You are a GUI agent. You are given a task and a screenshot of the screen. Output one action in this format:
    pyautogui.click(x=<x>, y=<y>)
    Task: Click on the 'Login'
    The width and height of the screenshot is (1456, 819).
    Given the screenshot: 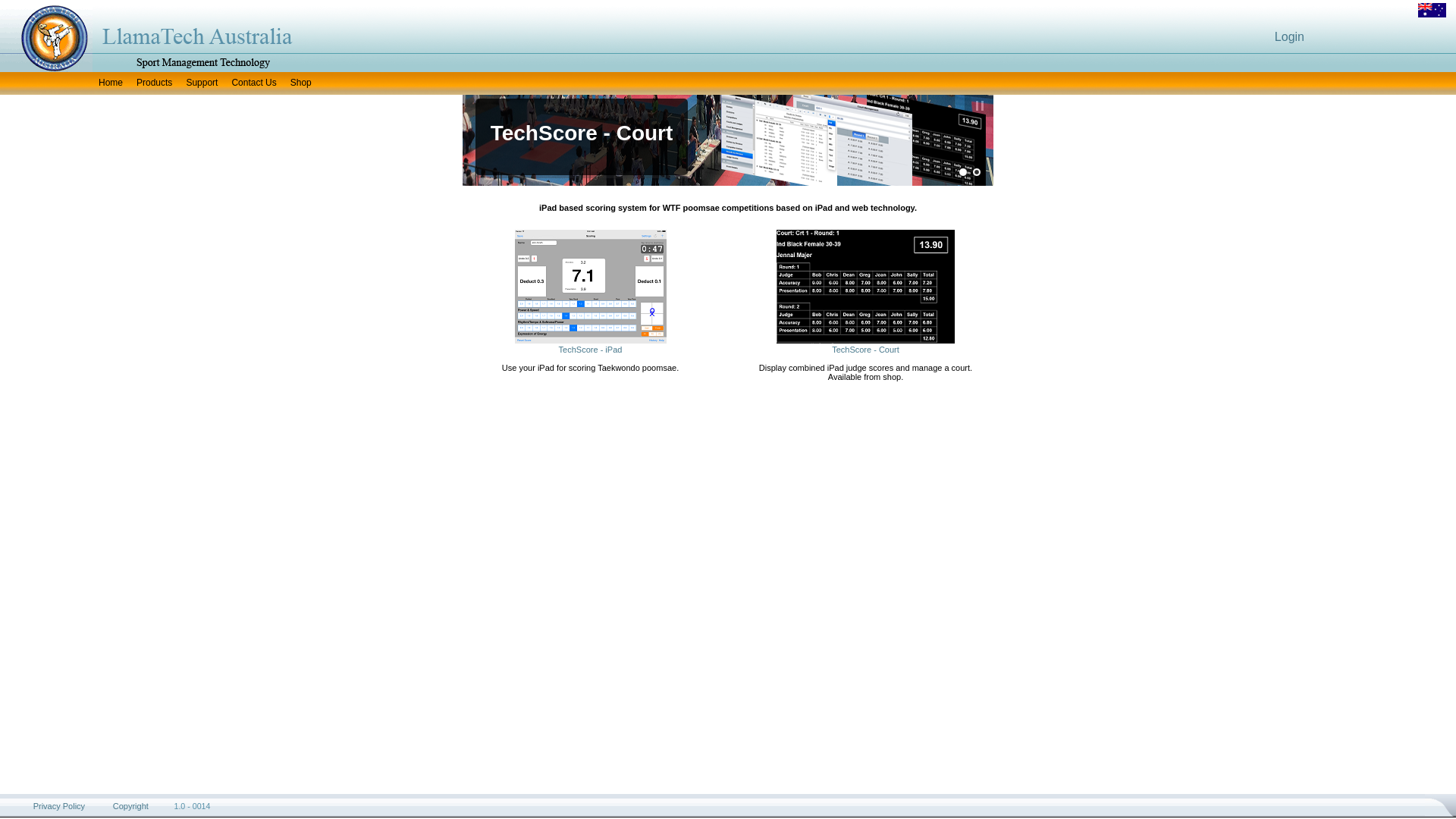 What is the action you would take?
    pyautogui.click(x=1288, y=36)
    